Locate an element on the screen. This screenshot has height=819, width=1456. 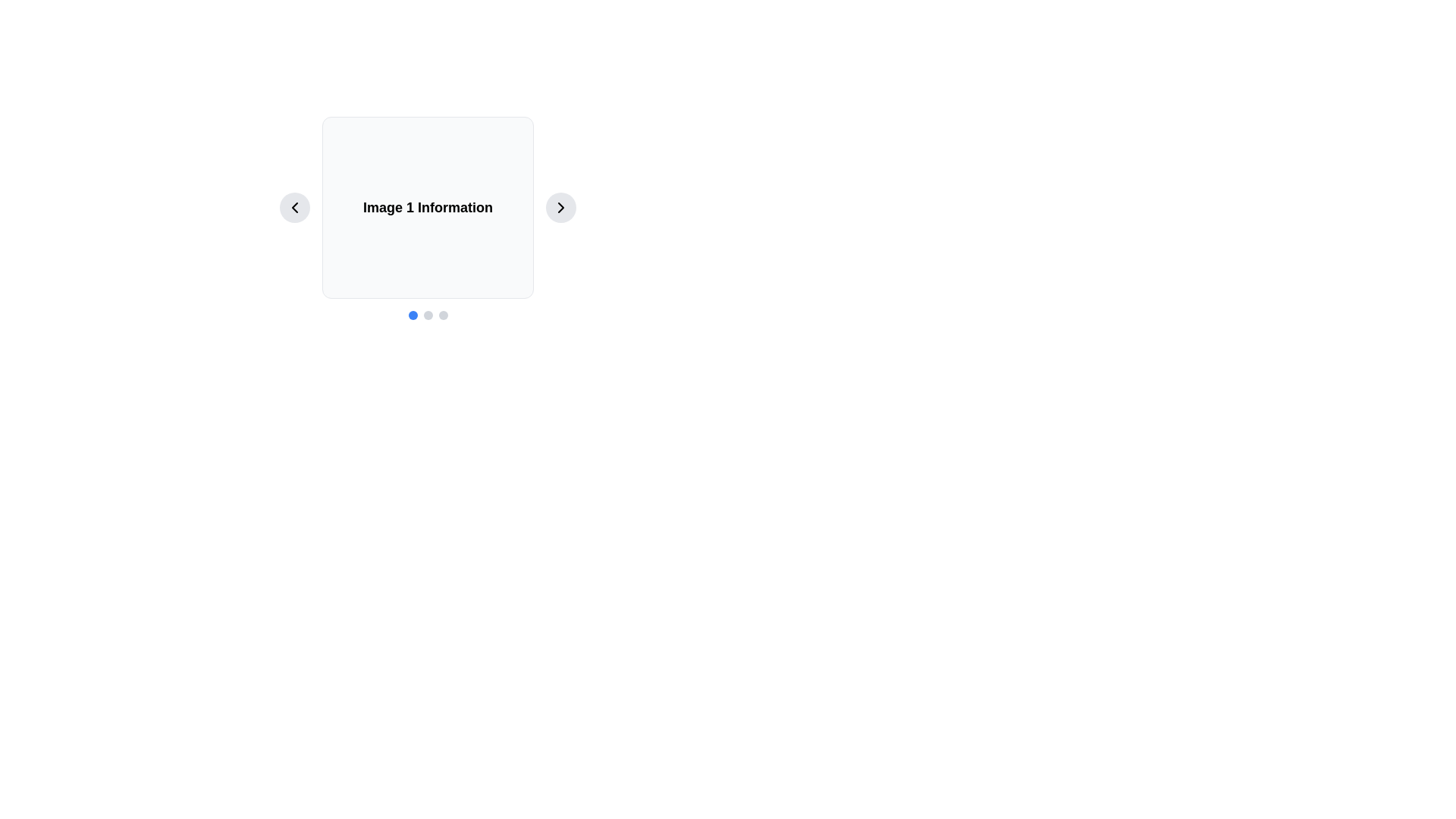
the second circular dot of the Navigation indicator, which is light gray and part of a sequence of three dots is located at coordinates (427, 315).